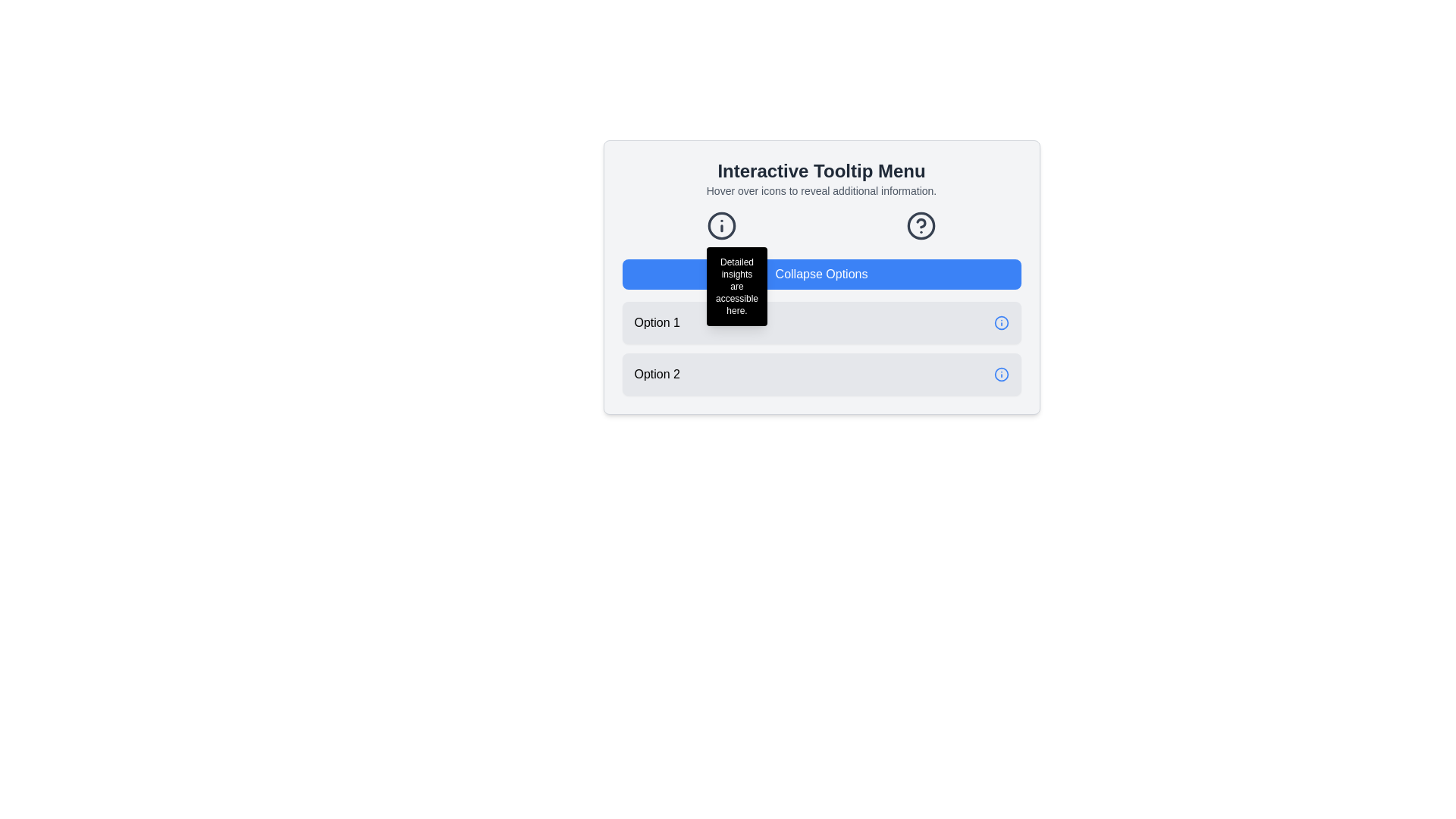 The height and width of the screenshot is (819, 1456). I want to click on the 'Collapse Options' button, which is a rectangular button with rounded corners, styled in blue with white text, to trigger a color change, so click(821, 275).